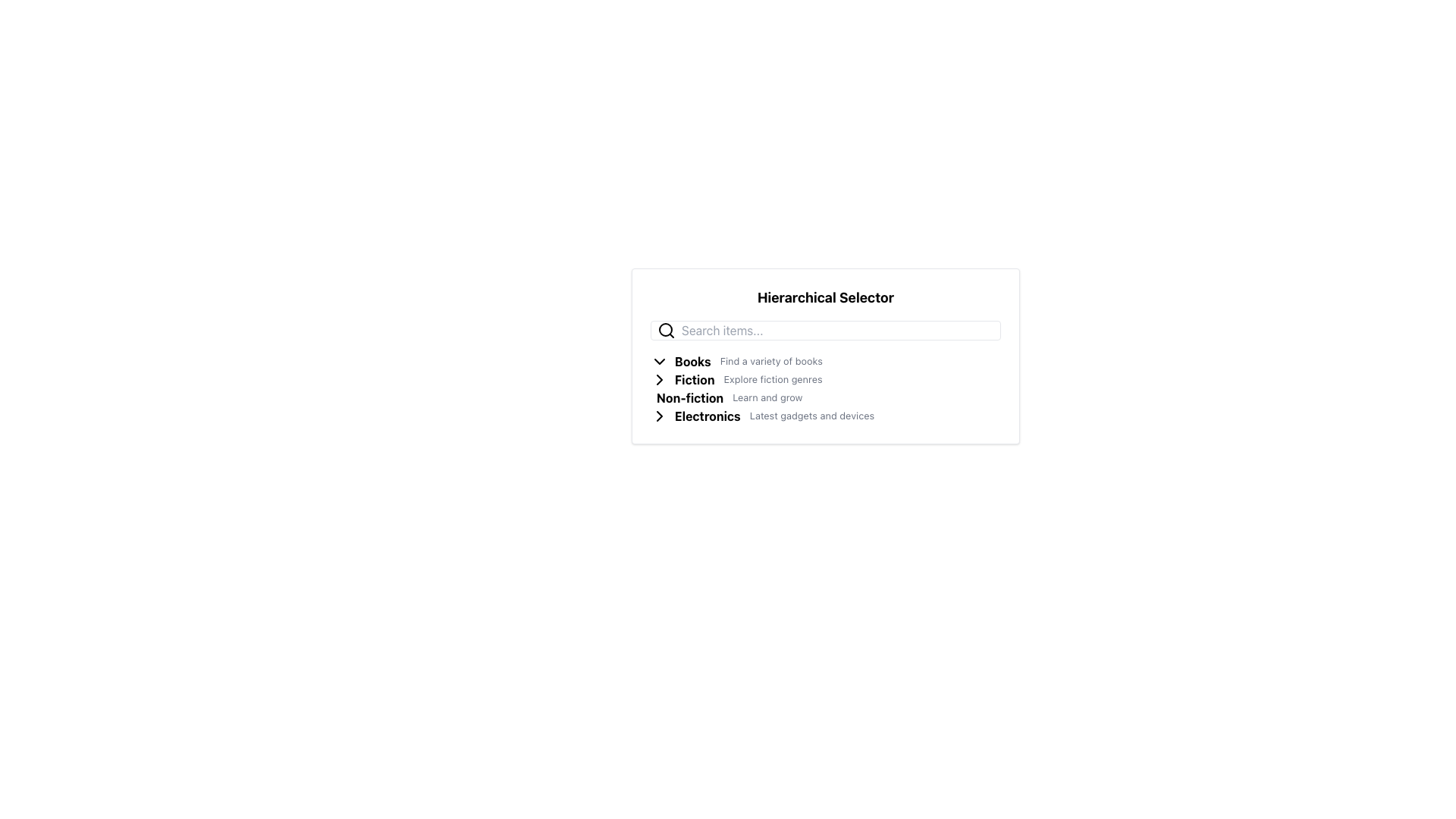 This screenshot has height=819, width=1456. Describe the element at coordinates (707, 416) in the screenshot. I see `the 'Electronics' text label` at that location.